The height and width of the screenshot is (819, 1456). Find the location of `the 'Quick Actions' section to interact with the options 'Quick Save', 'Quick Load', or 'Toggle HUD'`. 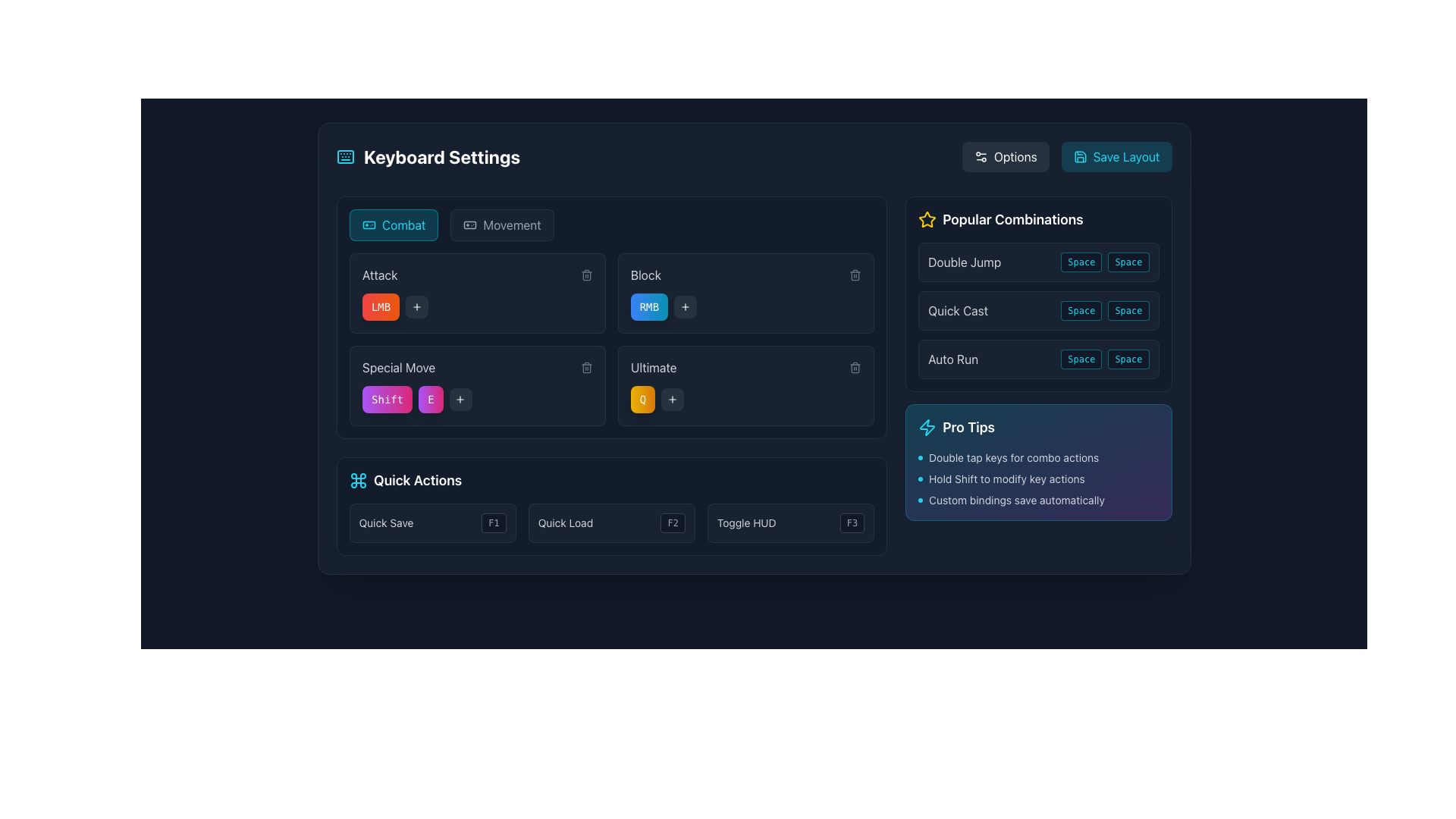

the 'Quick Actions' section to interact with the options 'Quick Save', 'Quick Load', or 'Toggle HUD' is located at coordinates (611, 506).